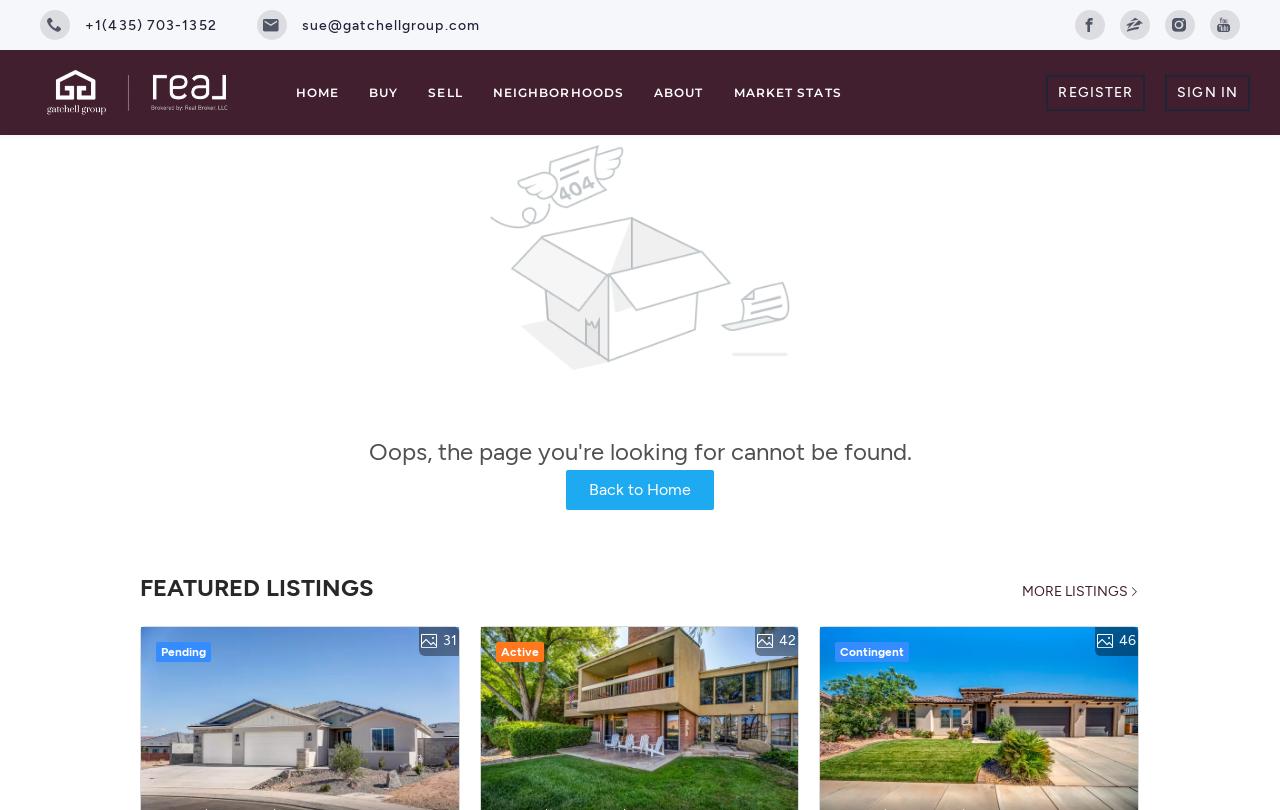 This screenshot has width=1280, height=810. What do you see at coordinates (383, 91) in the screenshot?
I see `'Buy'` at bounding box center [383, 91].